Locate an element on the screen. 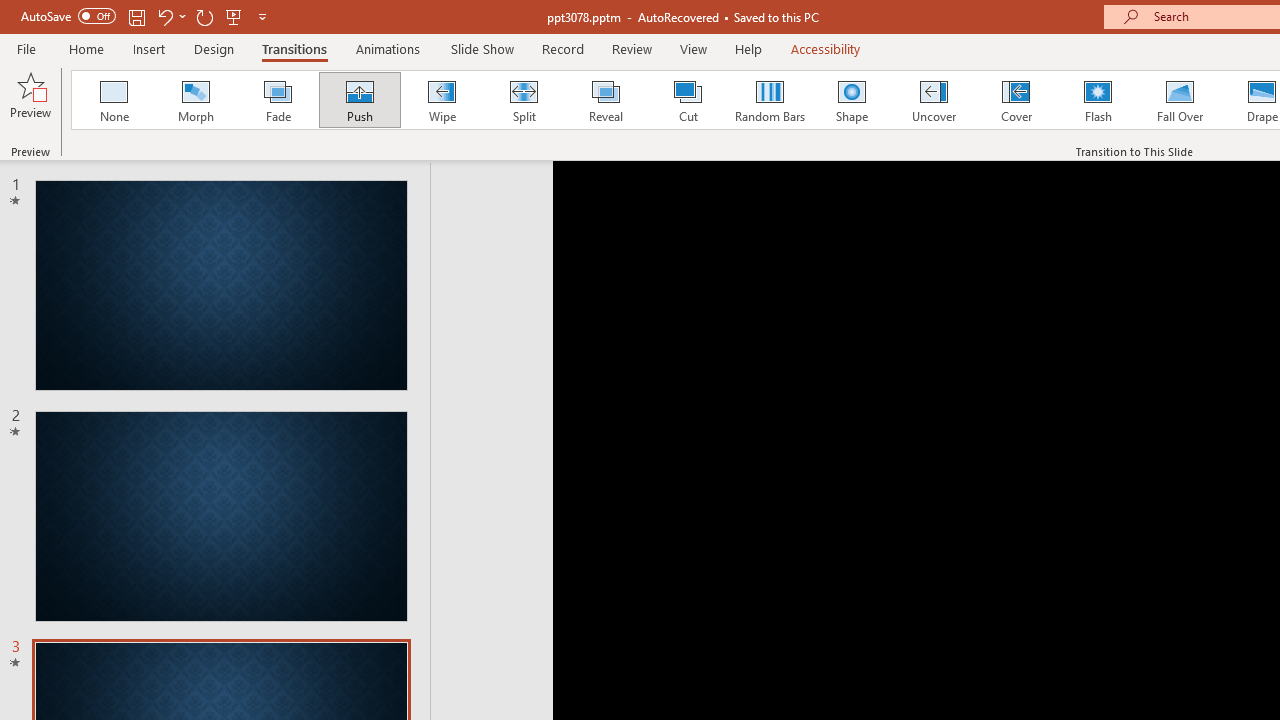  'Reveal' is located at coordinates (604, 100).